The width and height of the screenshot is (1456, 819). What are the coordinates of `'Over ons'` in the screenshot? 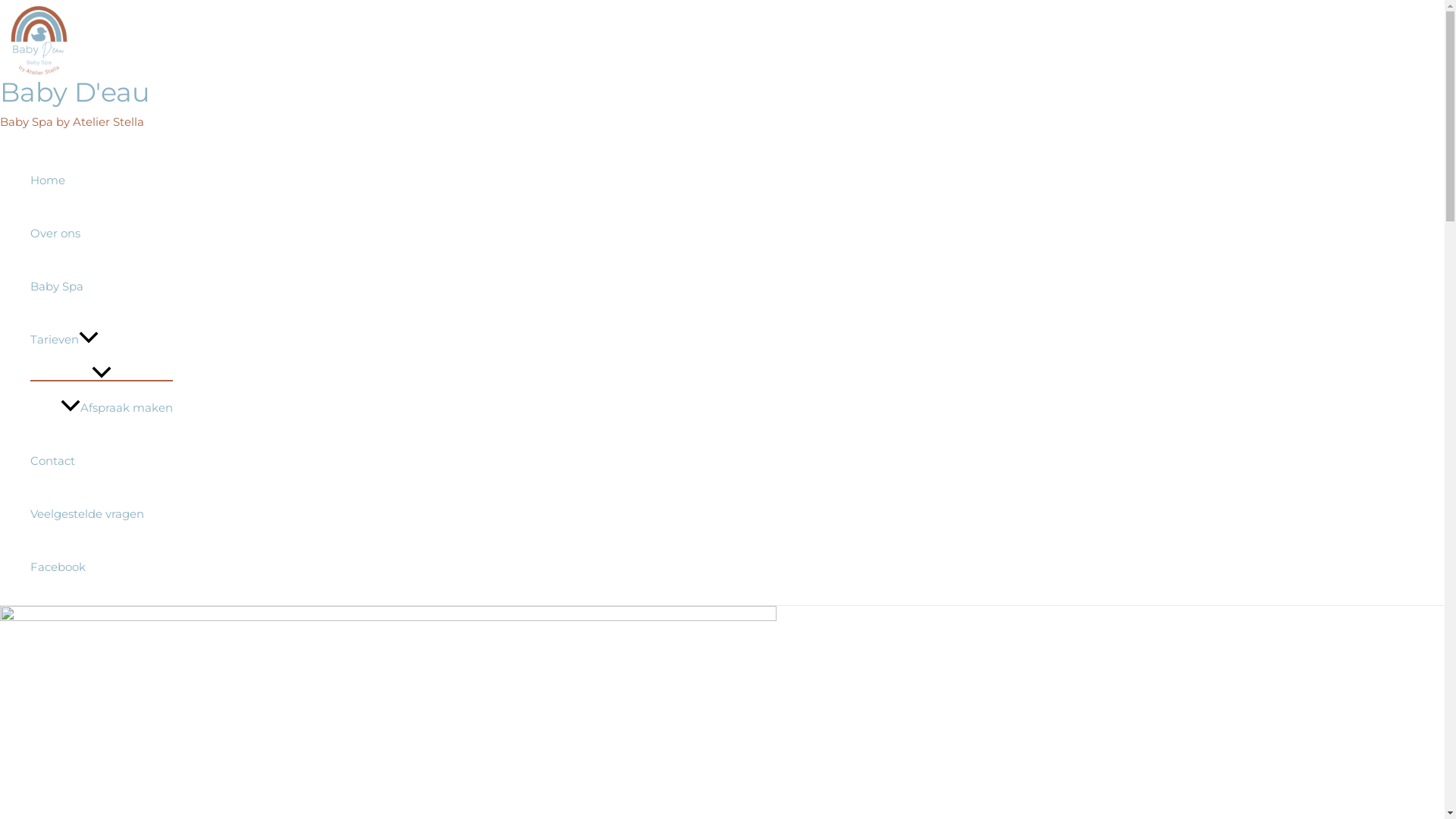 It's located at (101, 234).